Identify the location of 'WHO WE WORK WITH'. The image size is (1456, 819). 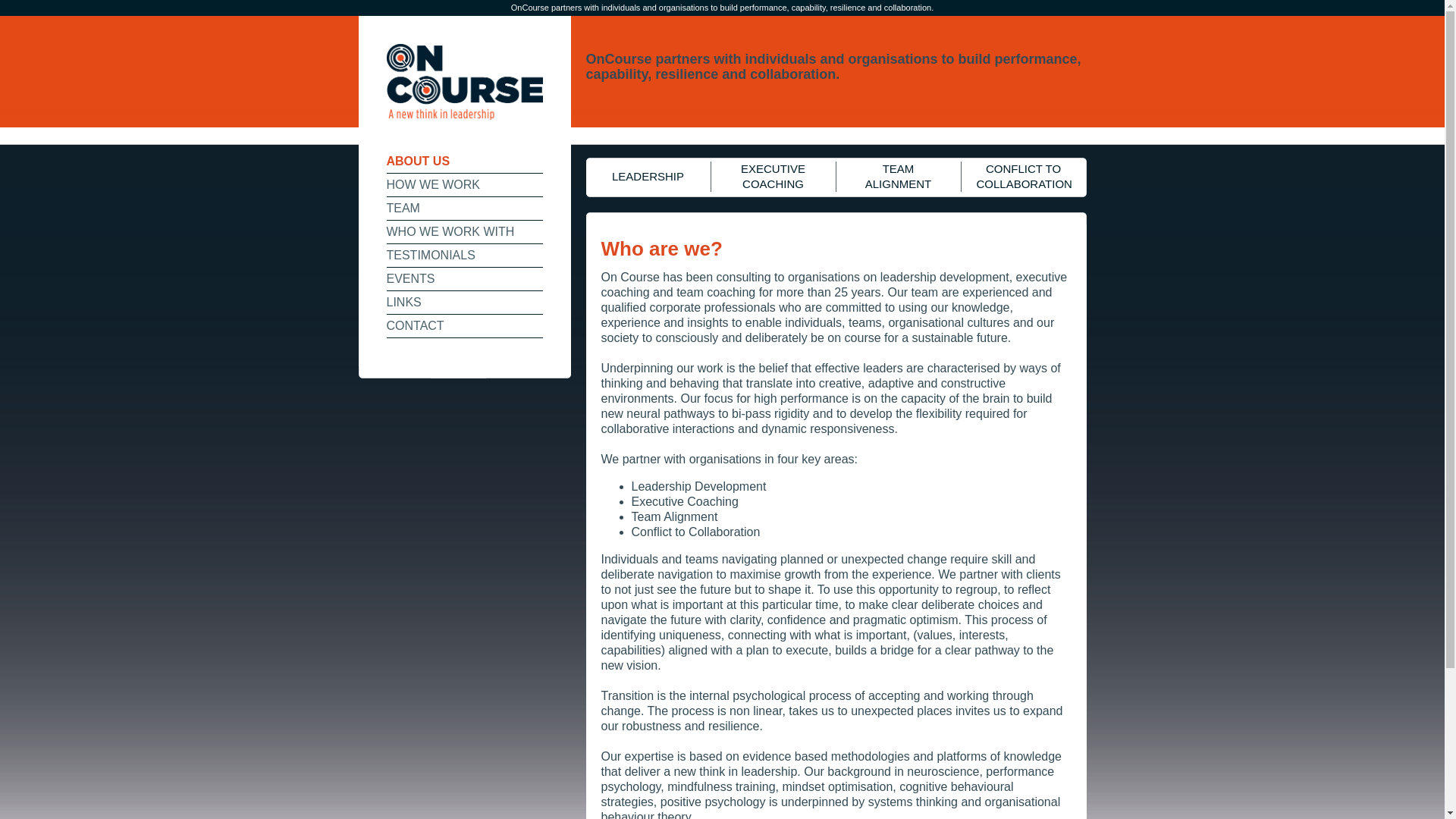
(464, 232).